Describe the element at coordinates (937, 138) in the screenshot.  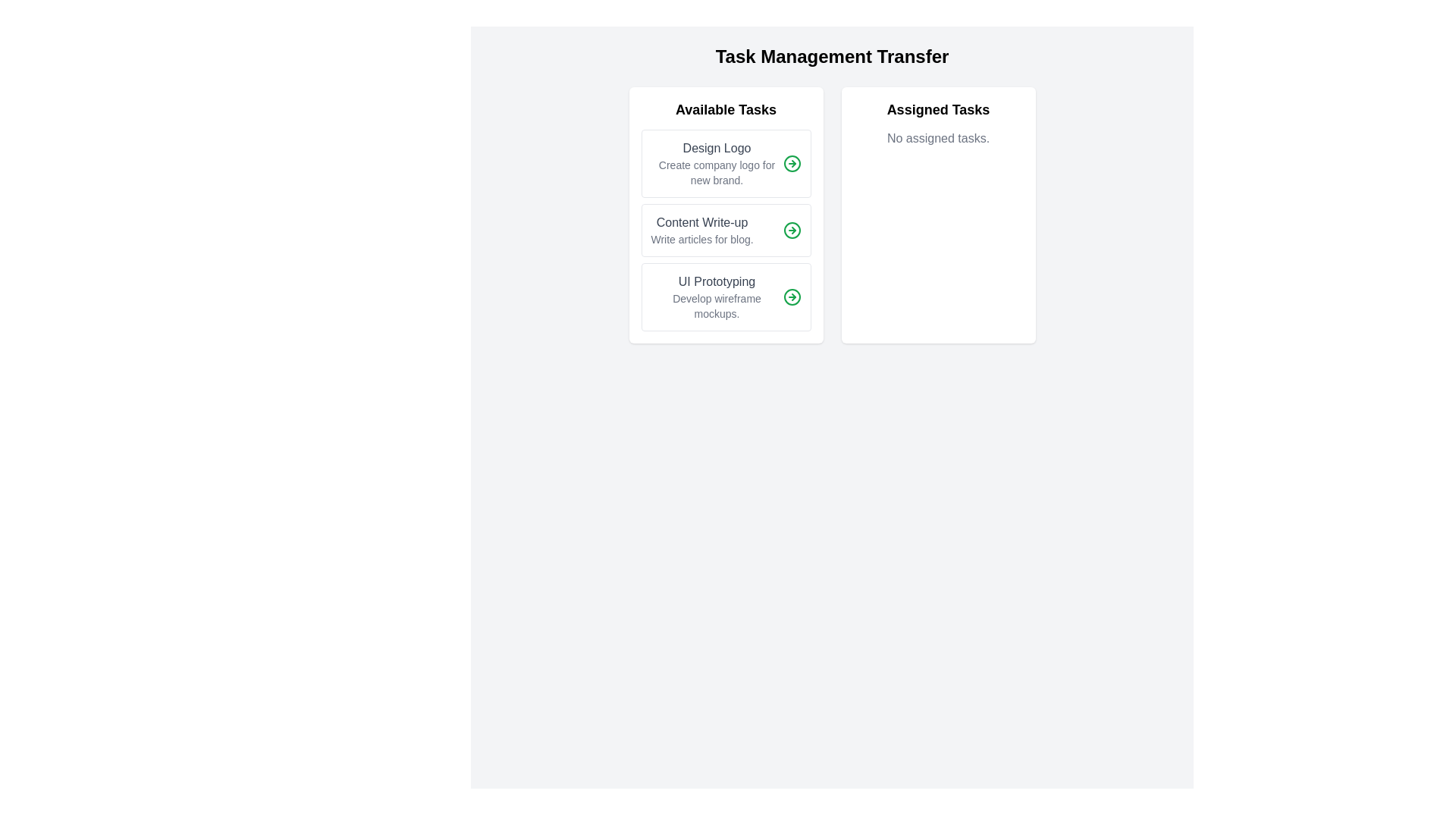
I see `the text label indicating that there are currently no tasks assigned, located beneath the 'Assigned Tasks' title label on the right-hand side of the interface` at that location.